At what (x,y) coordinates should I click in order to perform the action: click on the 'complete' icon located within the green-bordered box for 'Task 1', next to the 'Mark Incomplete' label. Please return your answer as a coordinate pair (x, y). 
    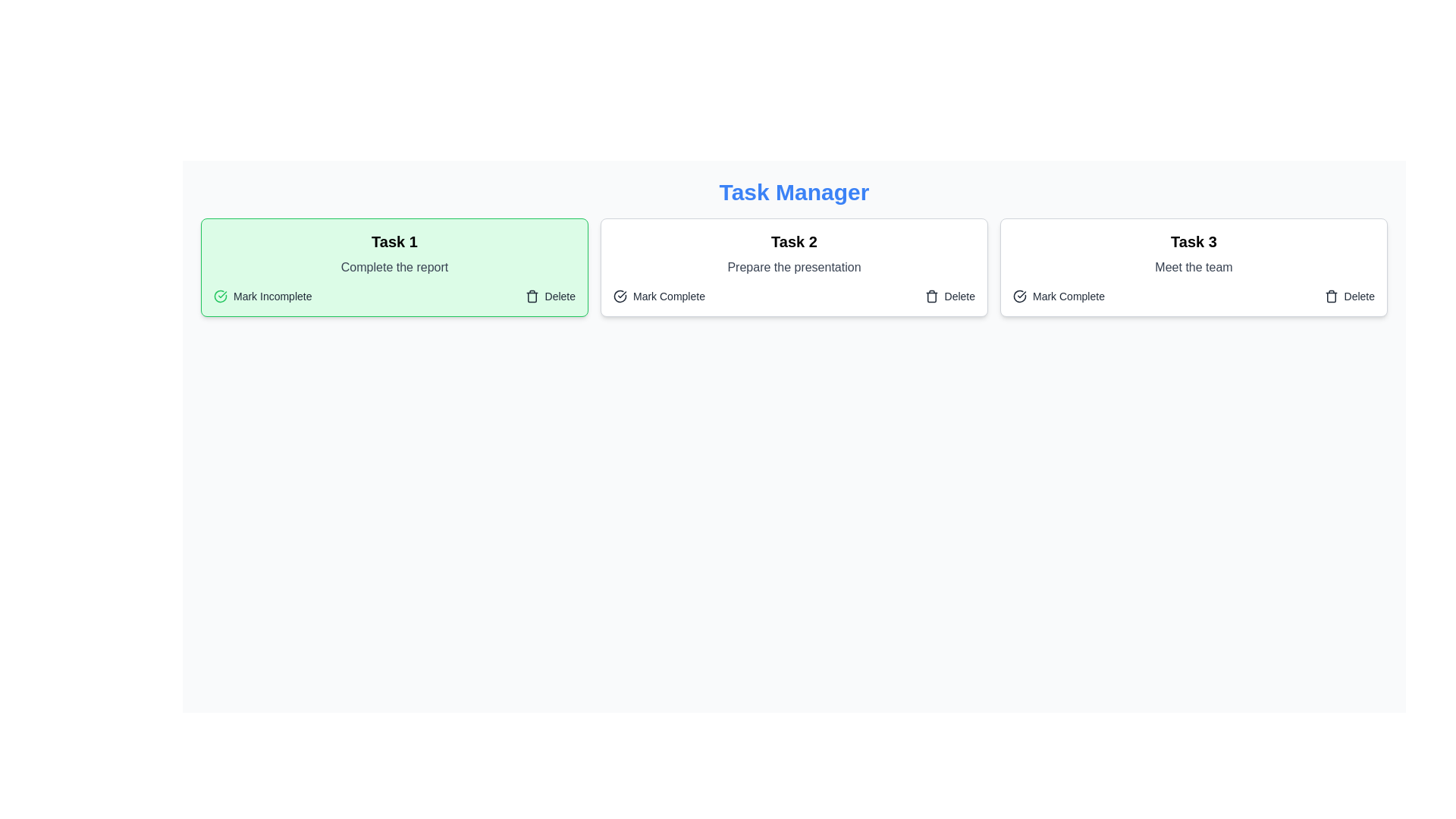
    Looking at the image, I should click on (220, 296).